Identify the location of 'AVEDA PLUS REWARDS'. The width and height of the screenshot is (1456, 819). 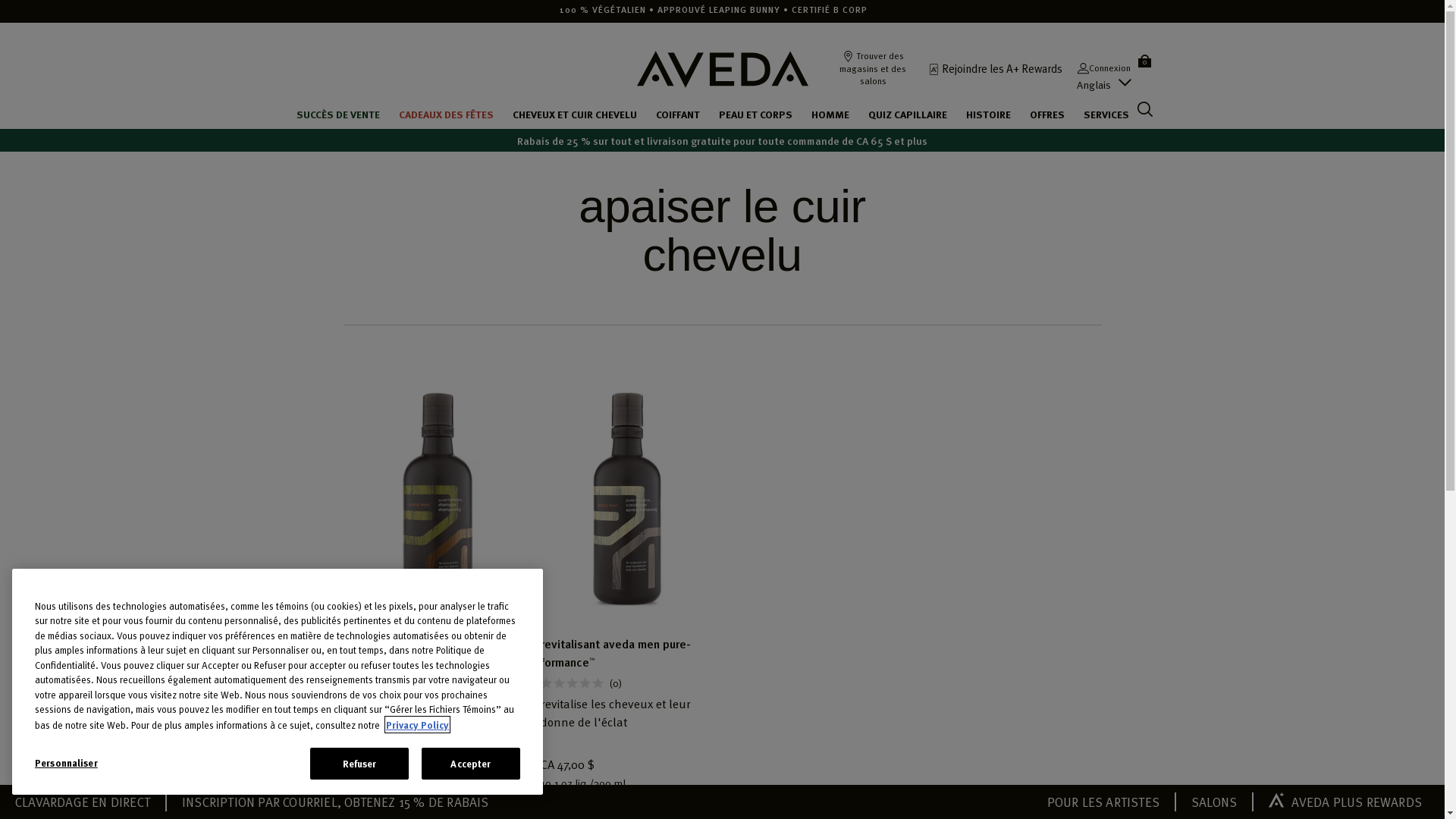
(1345, 800).